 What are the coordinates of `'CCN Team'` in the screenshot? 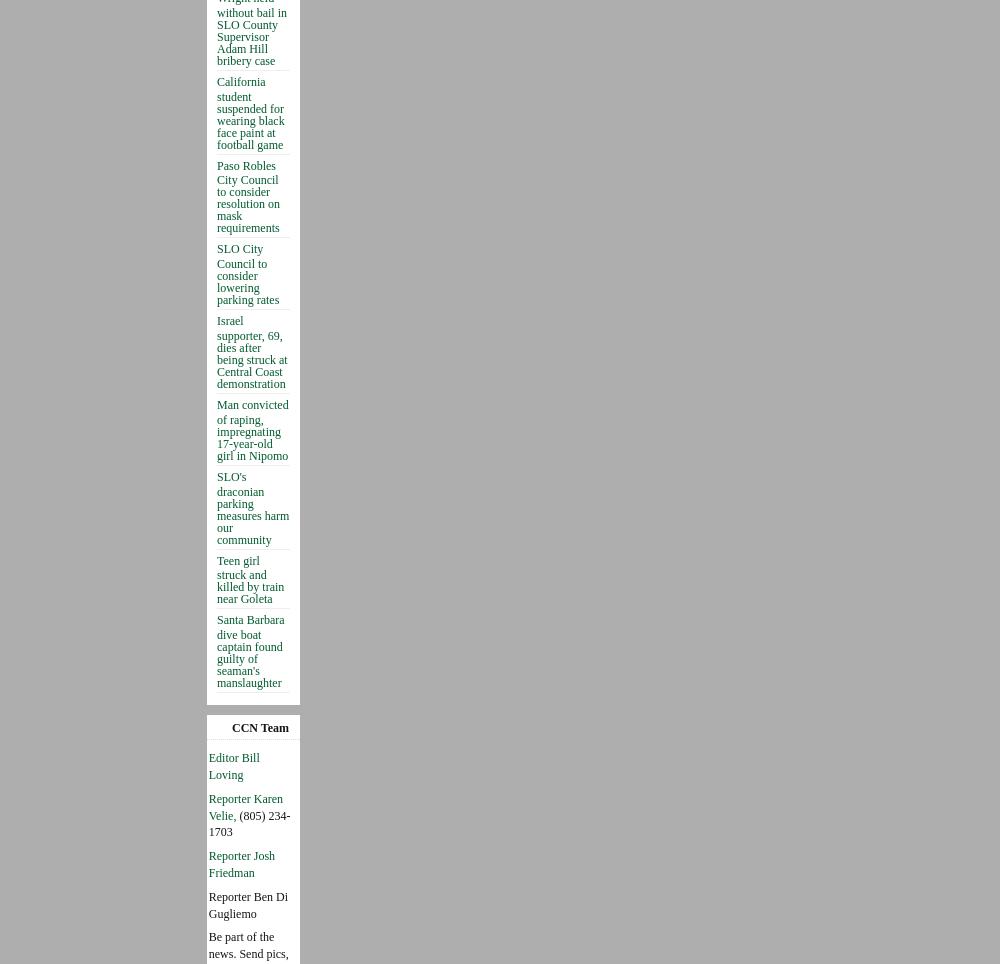 It's located at (231, 727).